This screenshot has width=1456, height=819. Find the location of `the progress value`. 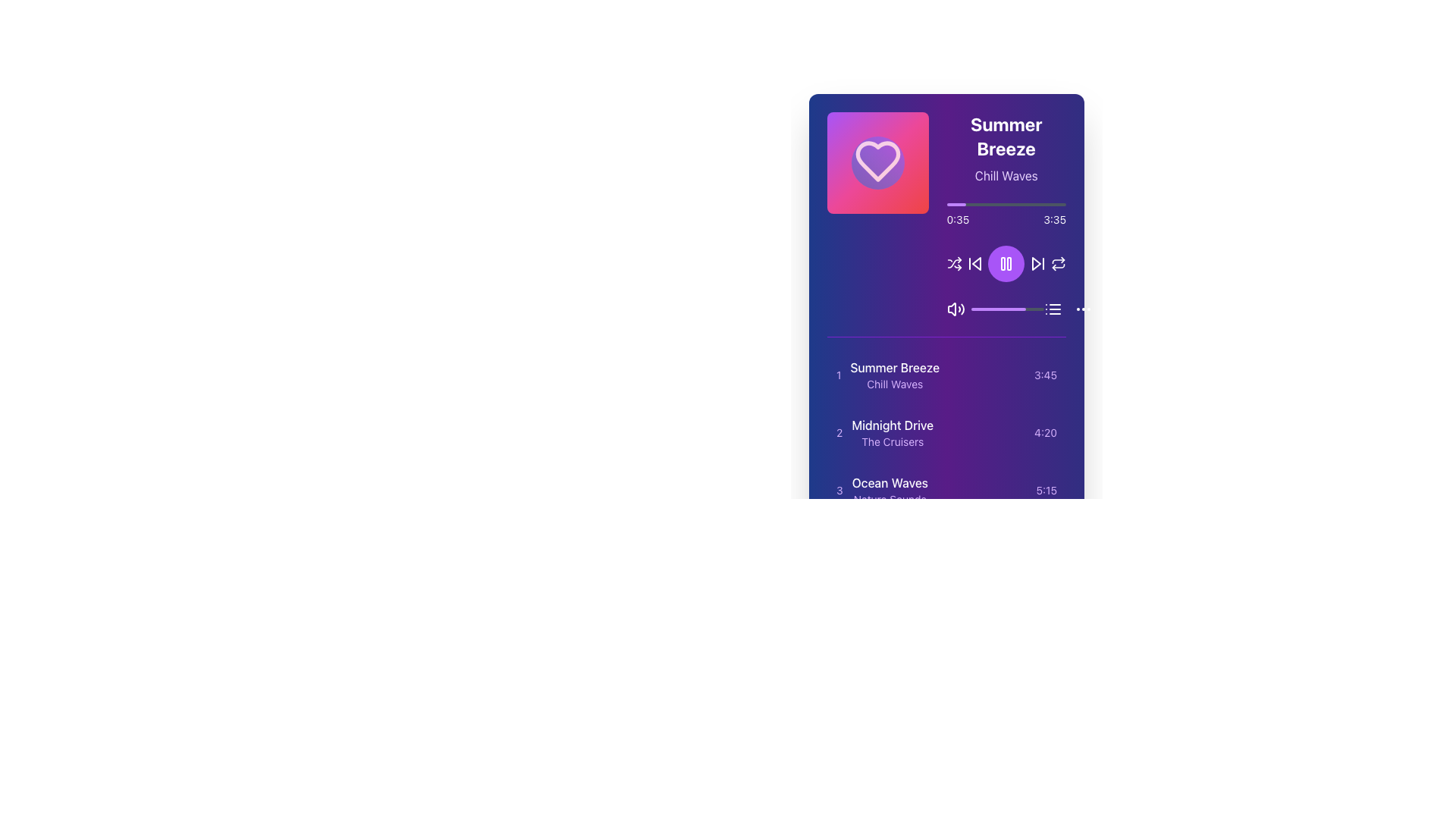

the progress value is located at coordinates (987, 309).